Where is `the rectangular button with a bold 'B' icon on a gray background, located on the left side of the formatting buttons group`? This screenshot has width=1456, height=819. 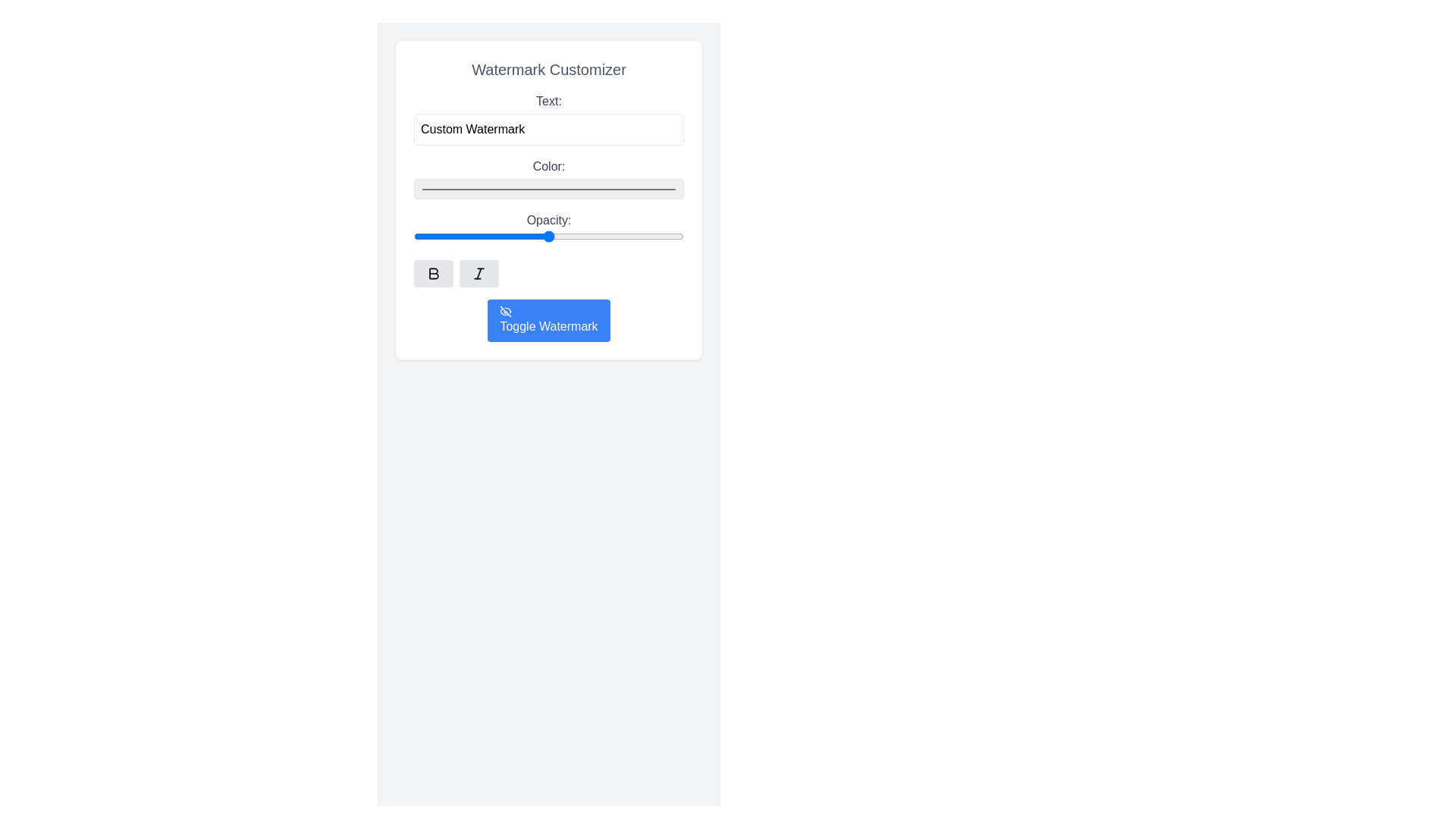 the rectangular button with a bold 'B' icon on a gray background, located on the left side of the formatting buttons group is located at coordinates (432, 274).